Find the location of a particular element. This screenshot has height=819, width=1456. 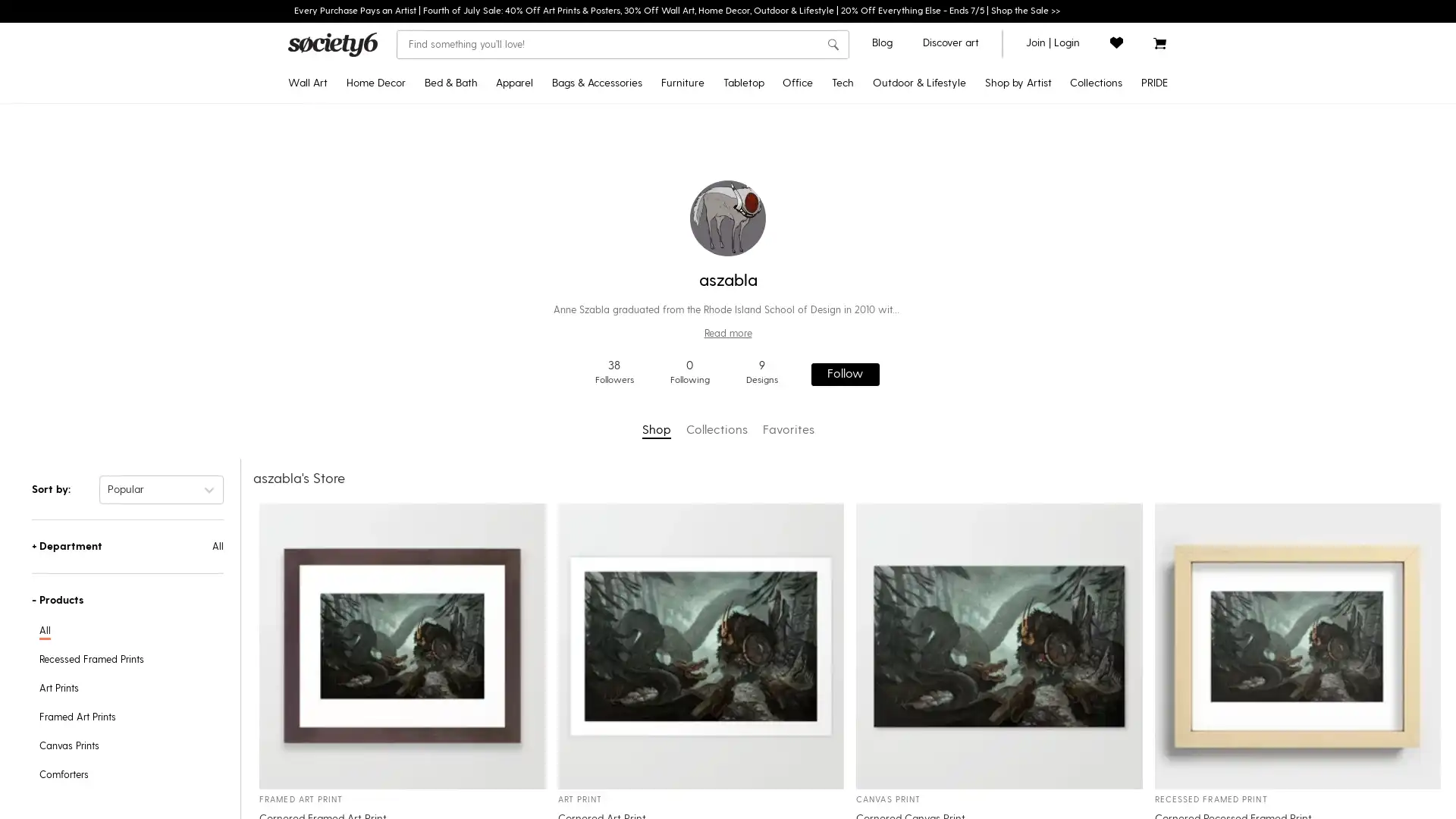

Rectangular Pillows is located at coordinates (404, 170).